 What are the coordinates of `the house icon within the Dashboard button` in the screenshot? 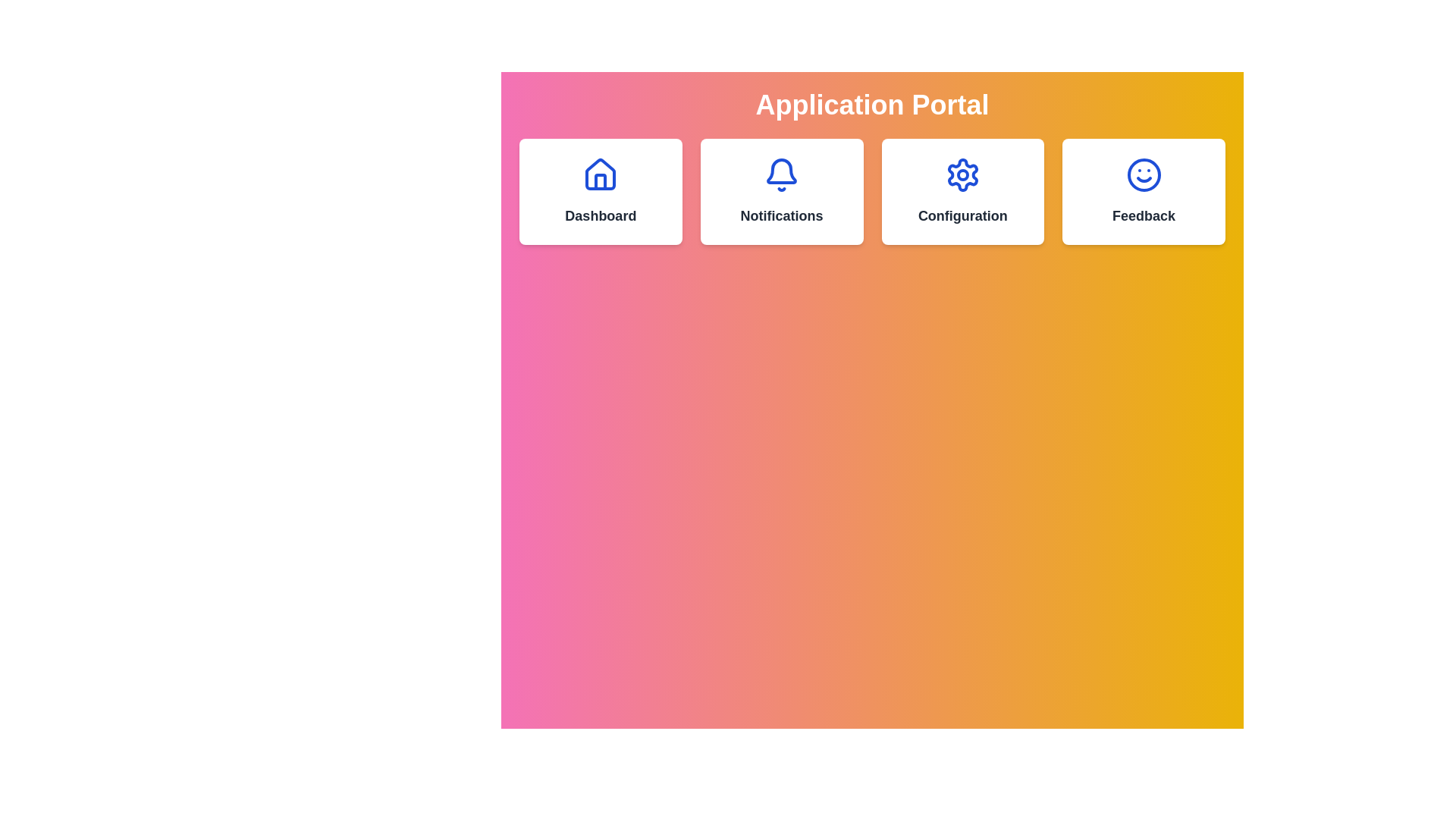 It's located at (600, 180).